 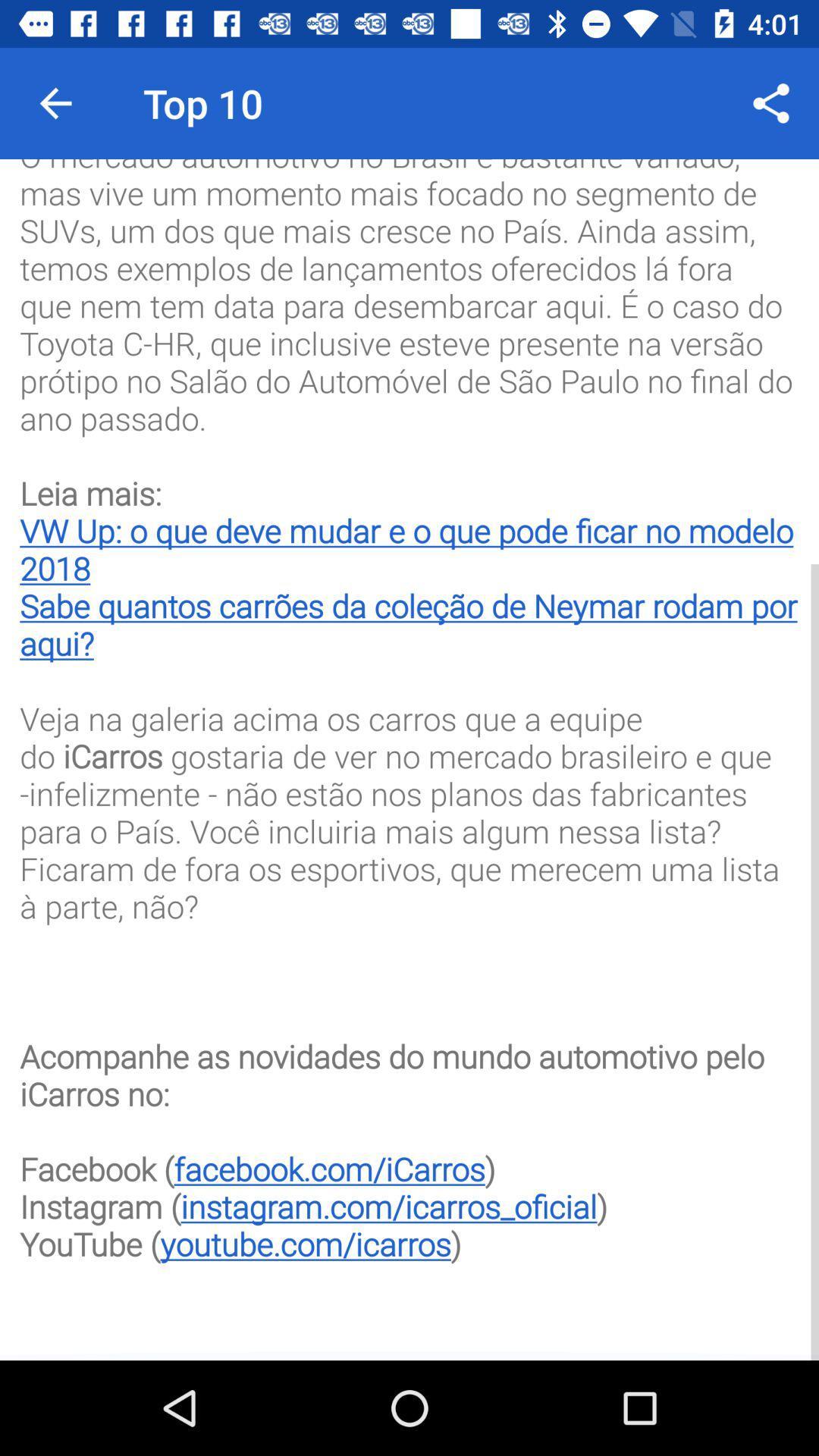 What do you see at coordinates (771, 102) in the screenshot?
I see `item next to the top 10 icon` at bounding box center [771, 102].